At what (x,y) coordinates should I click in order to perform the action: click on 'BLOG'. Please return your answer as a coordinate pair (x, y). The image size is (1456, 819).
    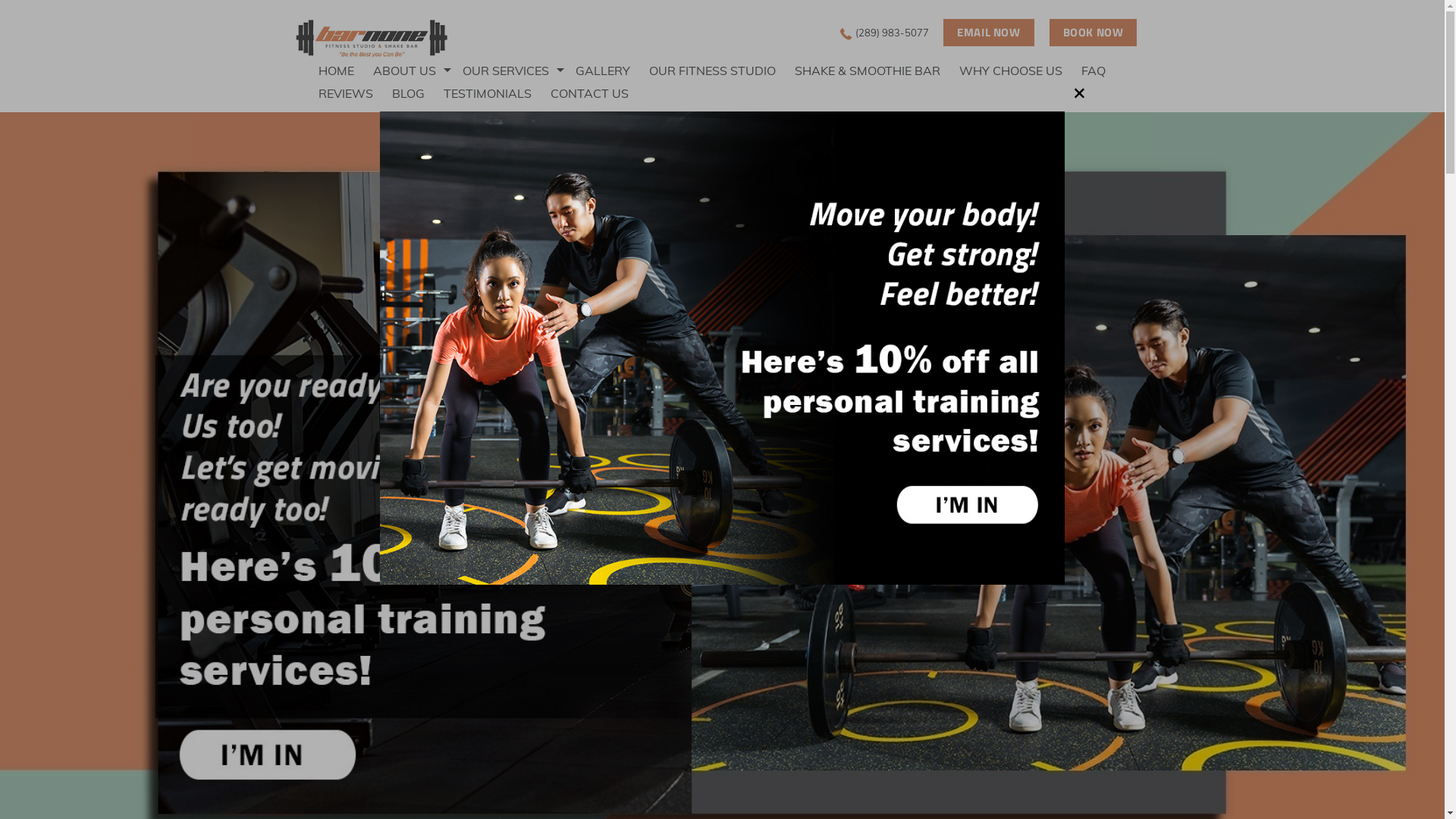
    Looking at the image, I should click on (392, 93).